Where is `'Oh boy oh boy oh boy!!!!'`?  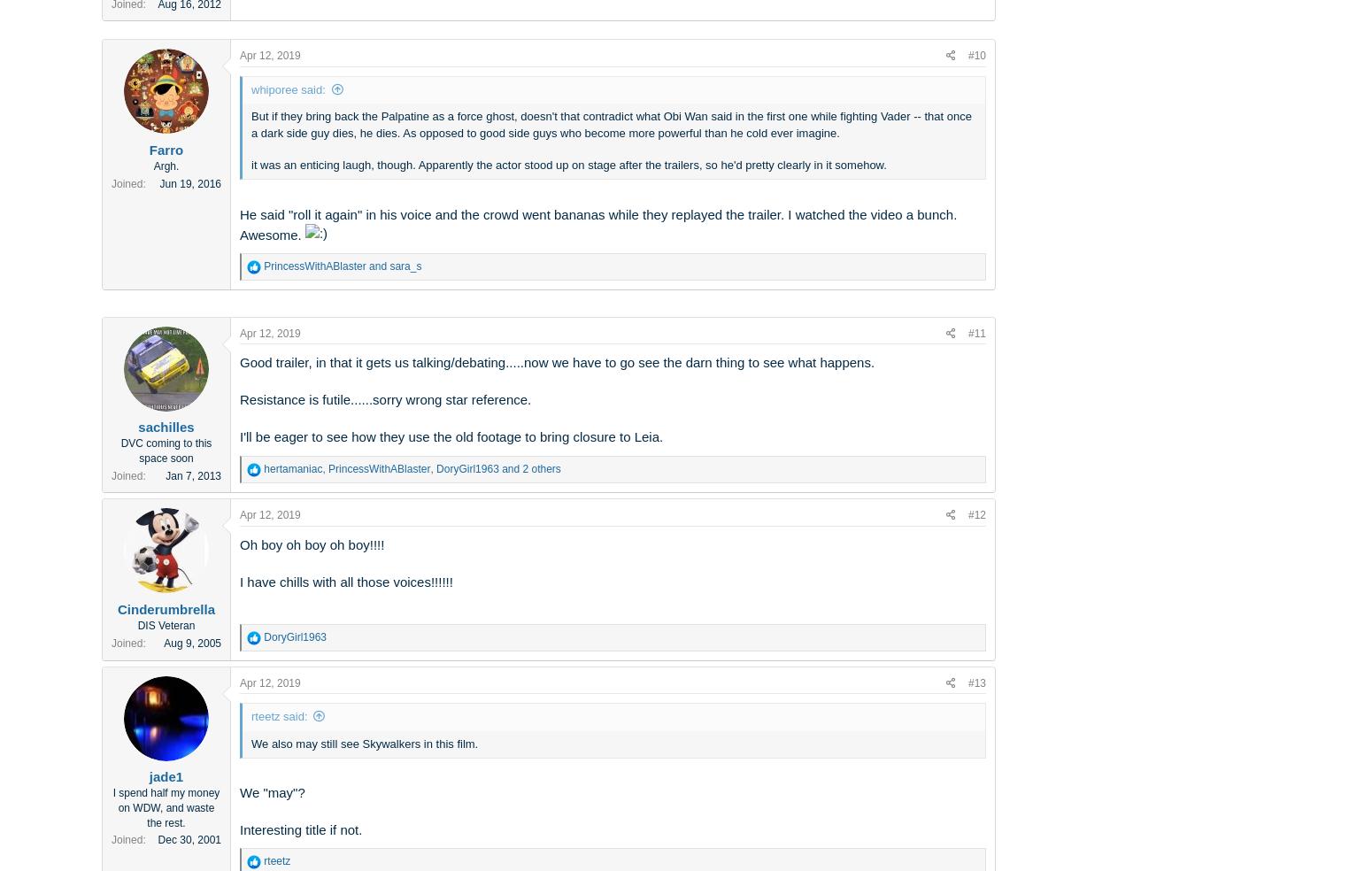 'Oh boy oh boy oh boy!!!!' is located at coordinates (311, 543).